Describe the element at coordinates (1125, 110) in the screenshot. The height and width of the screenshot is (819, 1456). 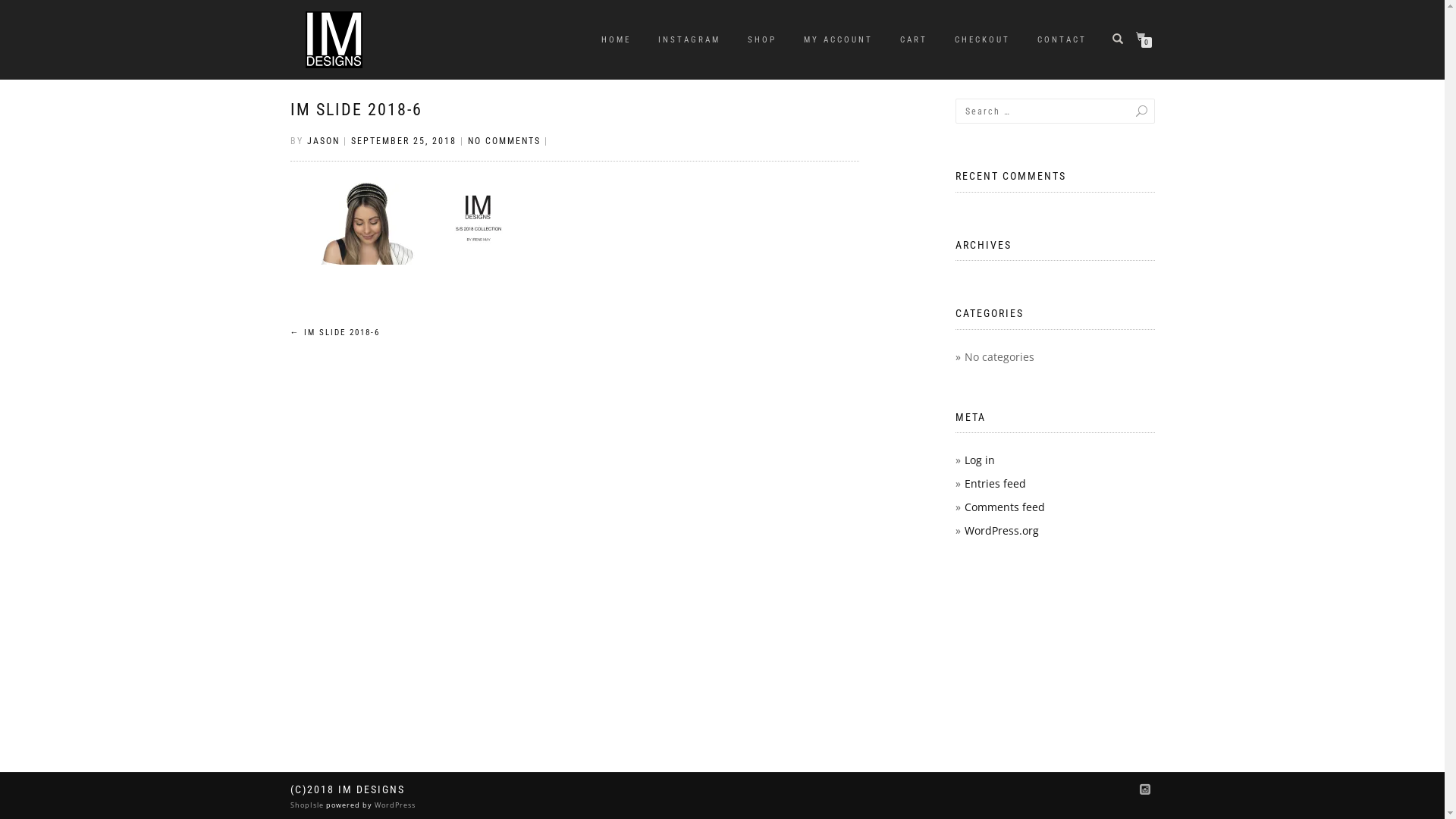
I see `'Search'` at that location.